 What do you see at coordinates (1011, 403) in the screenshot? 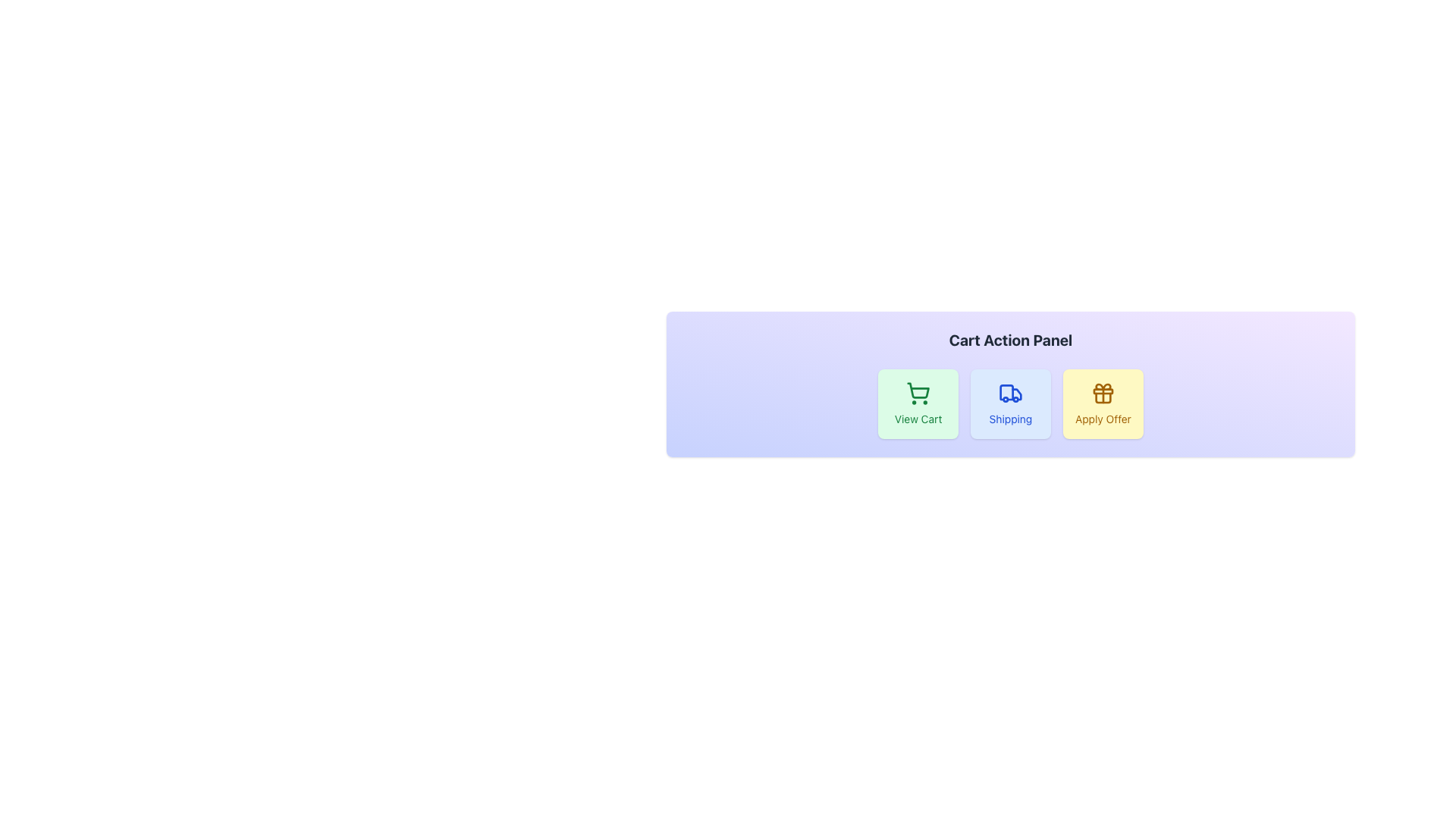
I see `the 'Shipping' button located centrally in the 'Cart Action Panel', positioned between the 'View Cart' and 'Apply Offer' buttons` at bounding box center [1011, 403].